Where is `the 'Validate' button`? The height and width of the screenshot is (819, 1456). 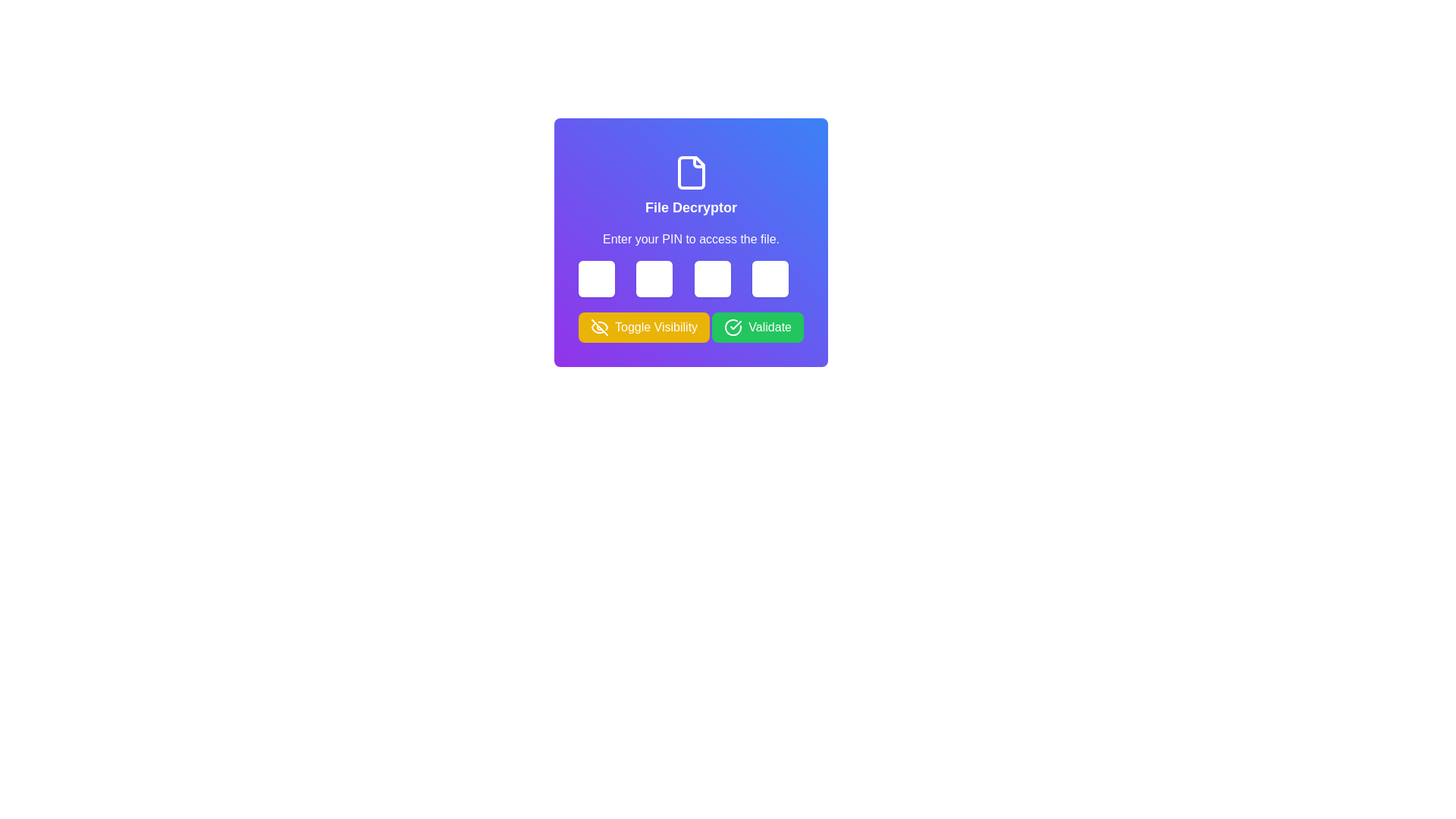
the 'Validate' button is located at coordinates (758, 327).